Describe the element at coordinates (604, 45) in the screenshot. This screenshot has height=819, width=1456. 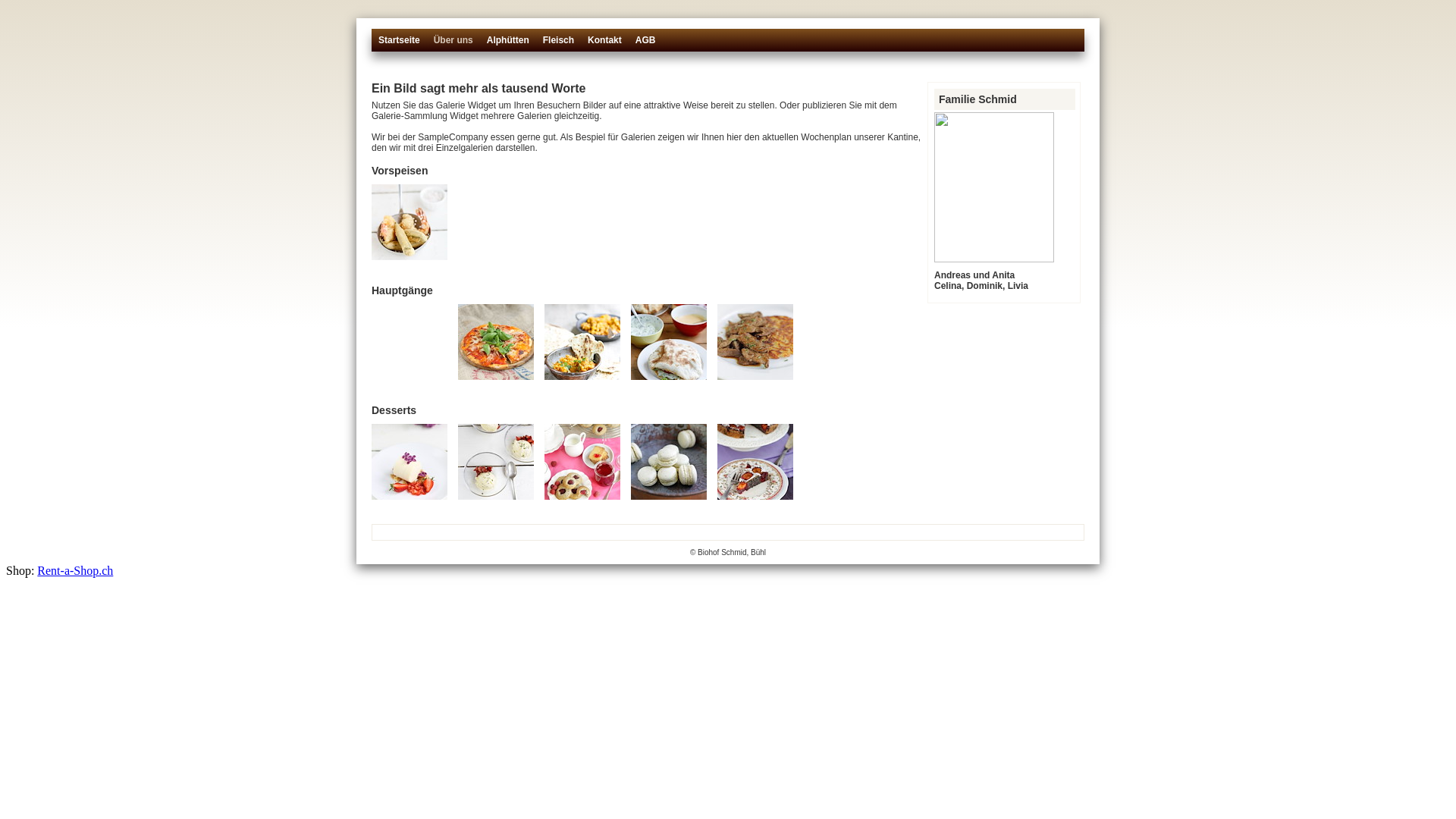
I see `'Kontakt'` at that location.